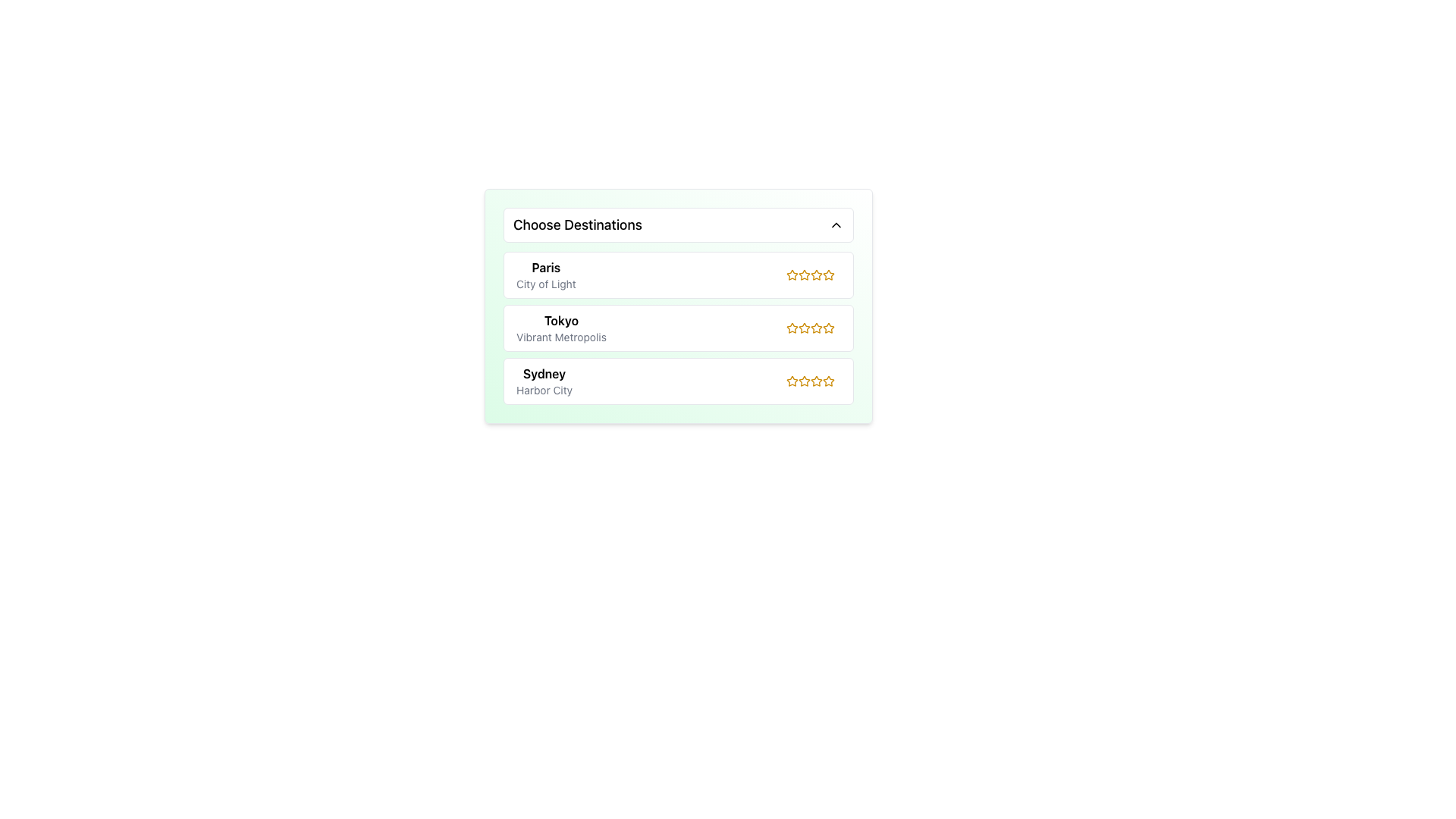 The height and width of the screenshot is (819, 1456). Describe the element at coordinates (803, 380) in the screenshot. I see `the second star icon representing a rating system for the 'Sydney' row in the list of destinations, which is colored in gold and part of a group of five stars` at that location.